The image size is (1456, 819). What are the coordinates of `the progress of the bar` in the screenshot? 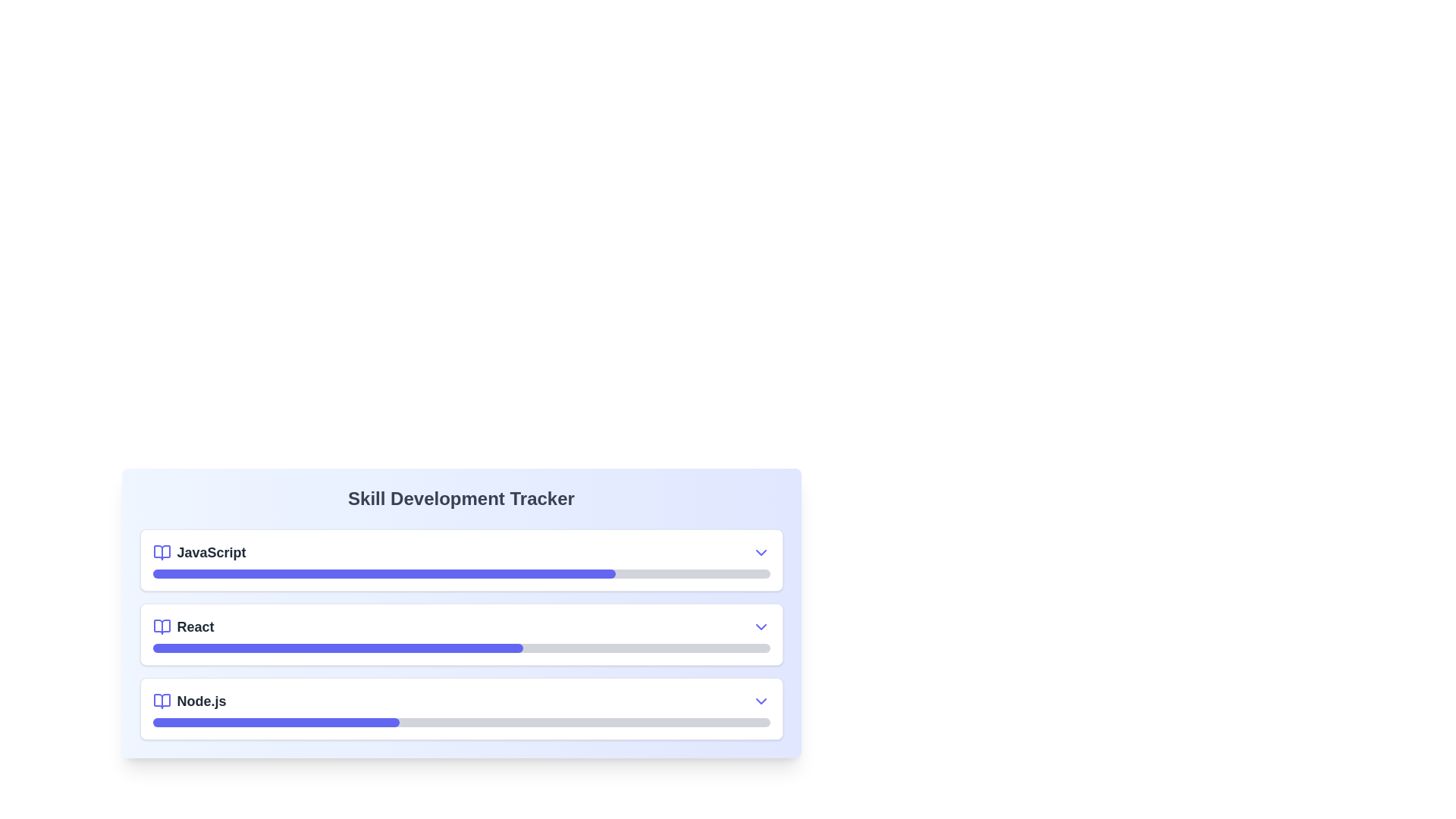 It's located at (331, 648).